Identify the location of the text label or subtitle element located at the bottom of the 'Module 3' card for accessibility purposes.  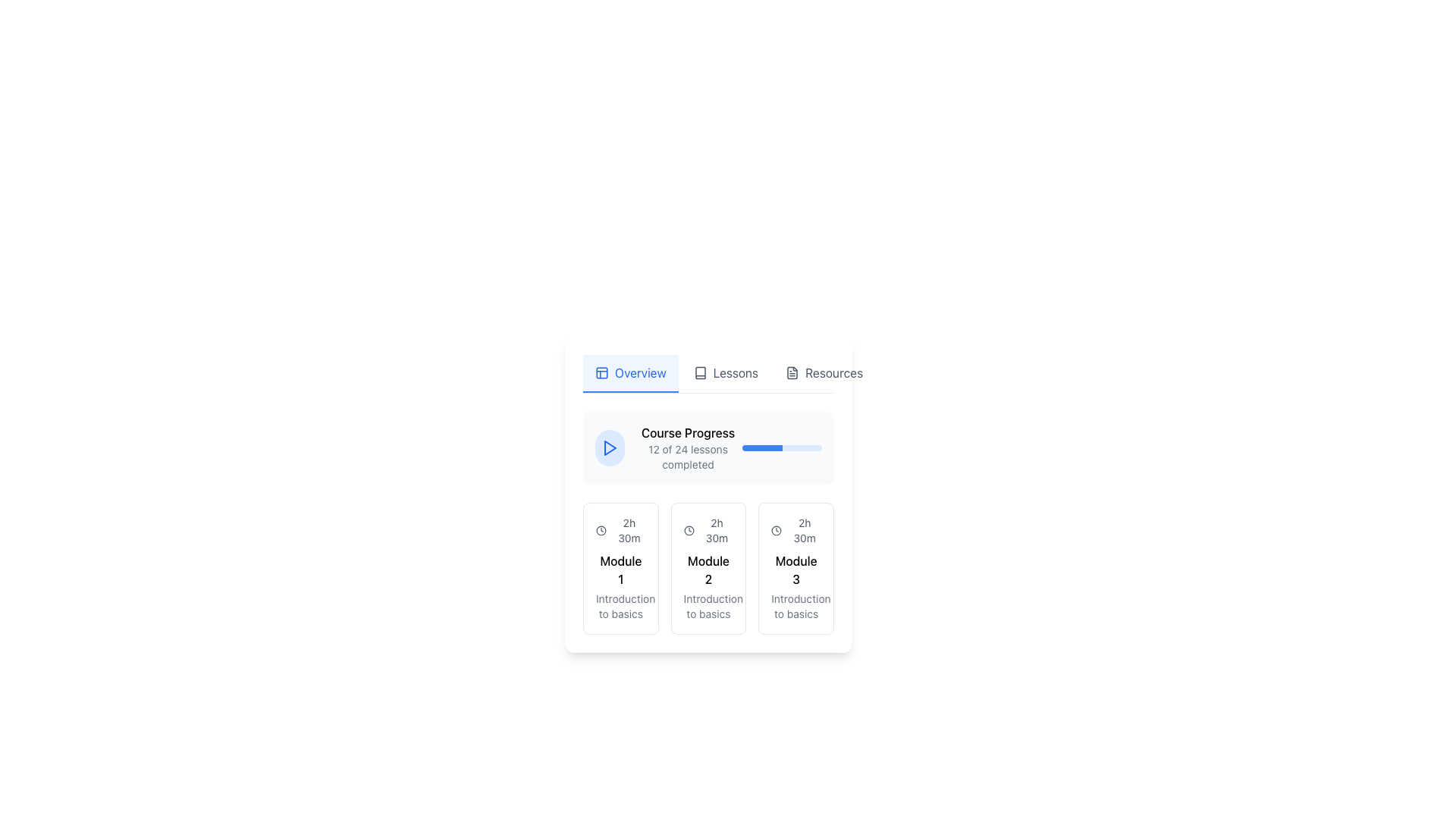
(795, 605).